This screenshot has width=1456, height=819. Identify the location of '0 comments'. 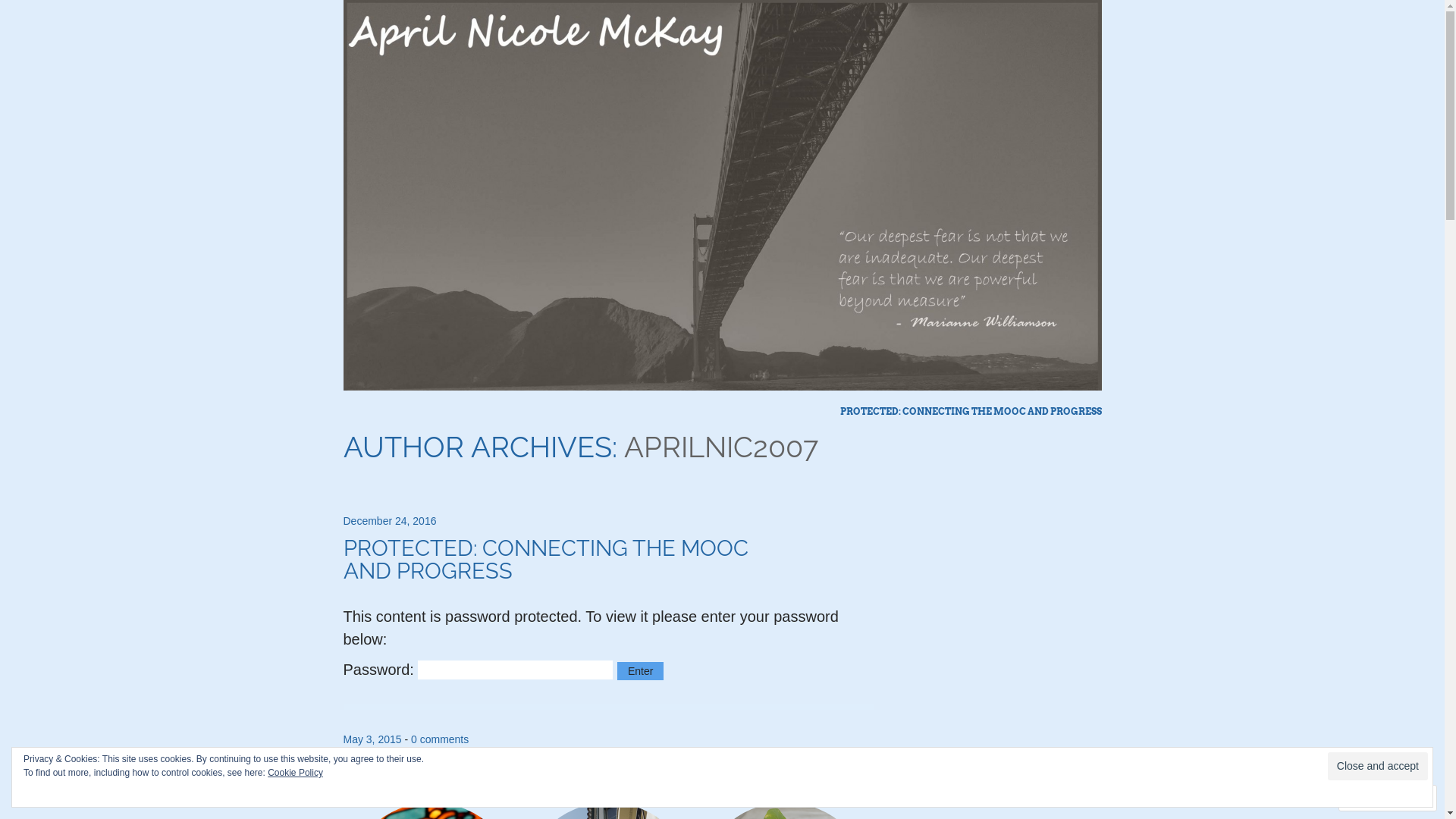
(439, 739).